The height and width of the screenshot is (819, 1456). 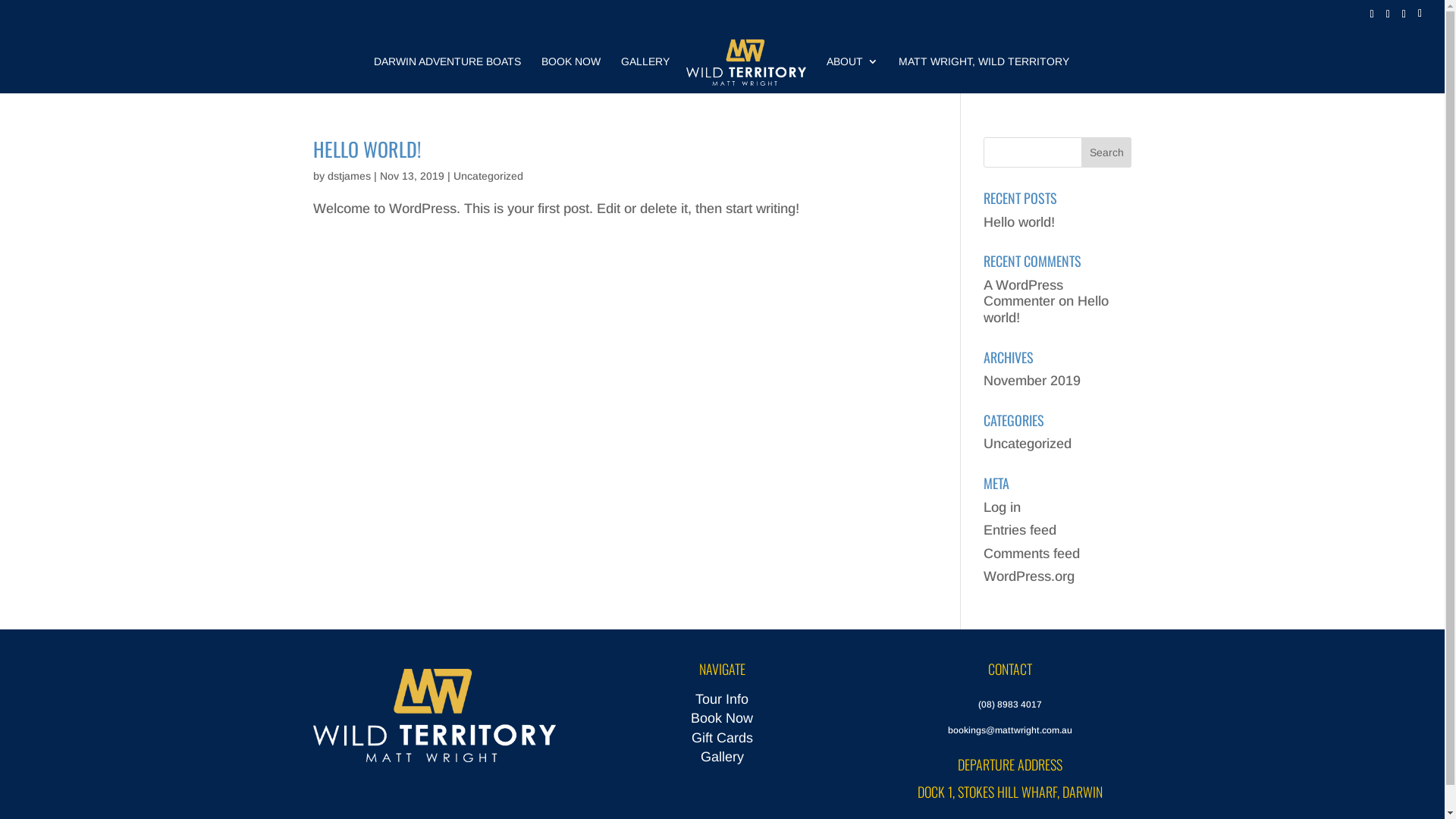 What do you see at coordinates (1019, 222) in the screenshot?
I see `'Hello world!'` at bounding box center [1019, 222].